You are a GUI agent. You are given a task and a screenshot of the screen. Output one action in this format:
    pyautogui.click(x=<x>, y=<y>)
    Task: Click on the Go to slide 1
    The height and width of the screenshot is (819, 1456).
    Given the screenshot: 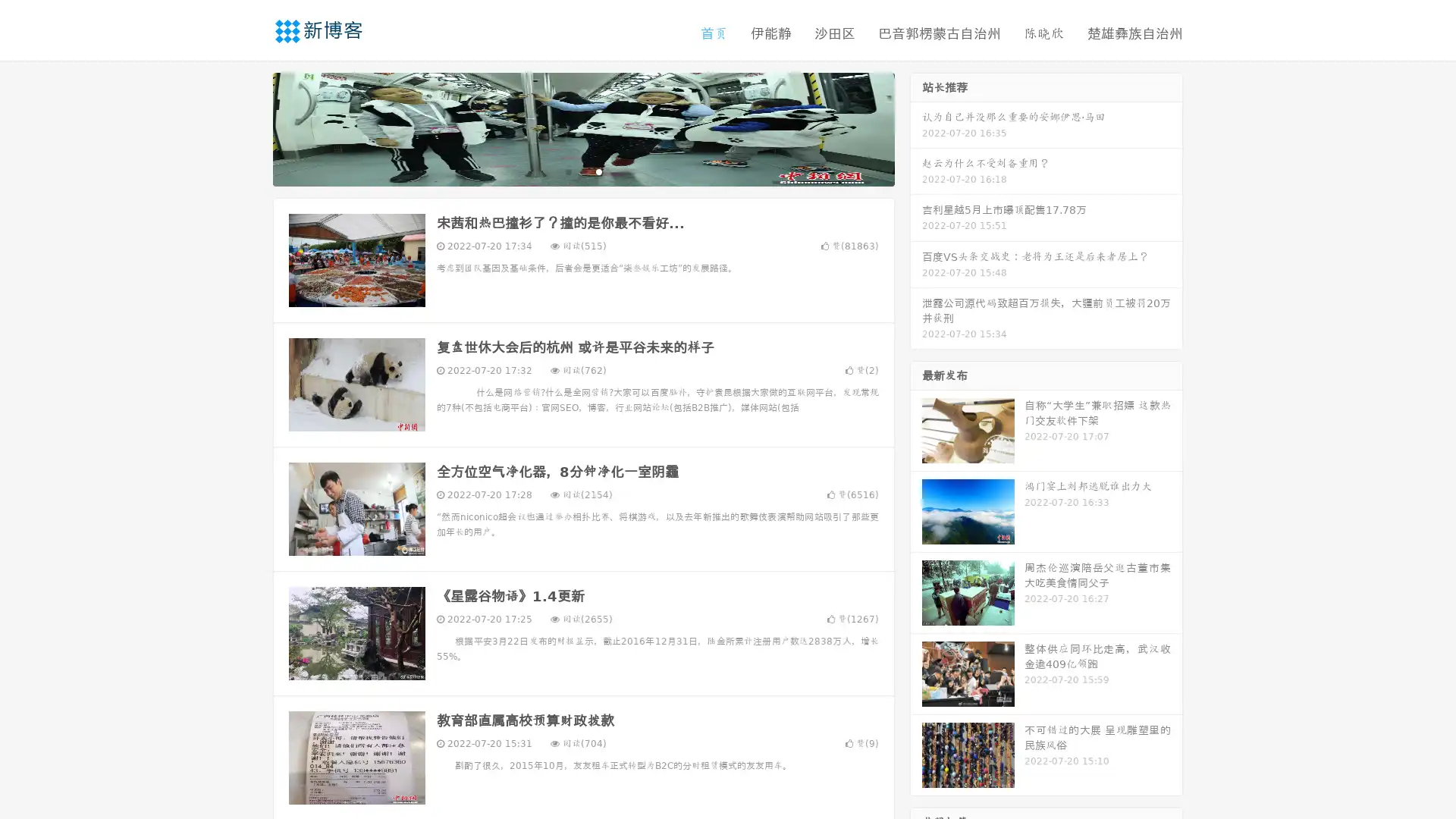 What is the action you would take?
    pyautogui.click(x=567, y=171)
    